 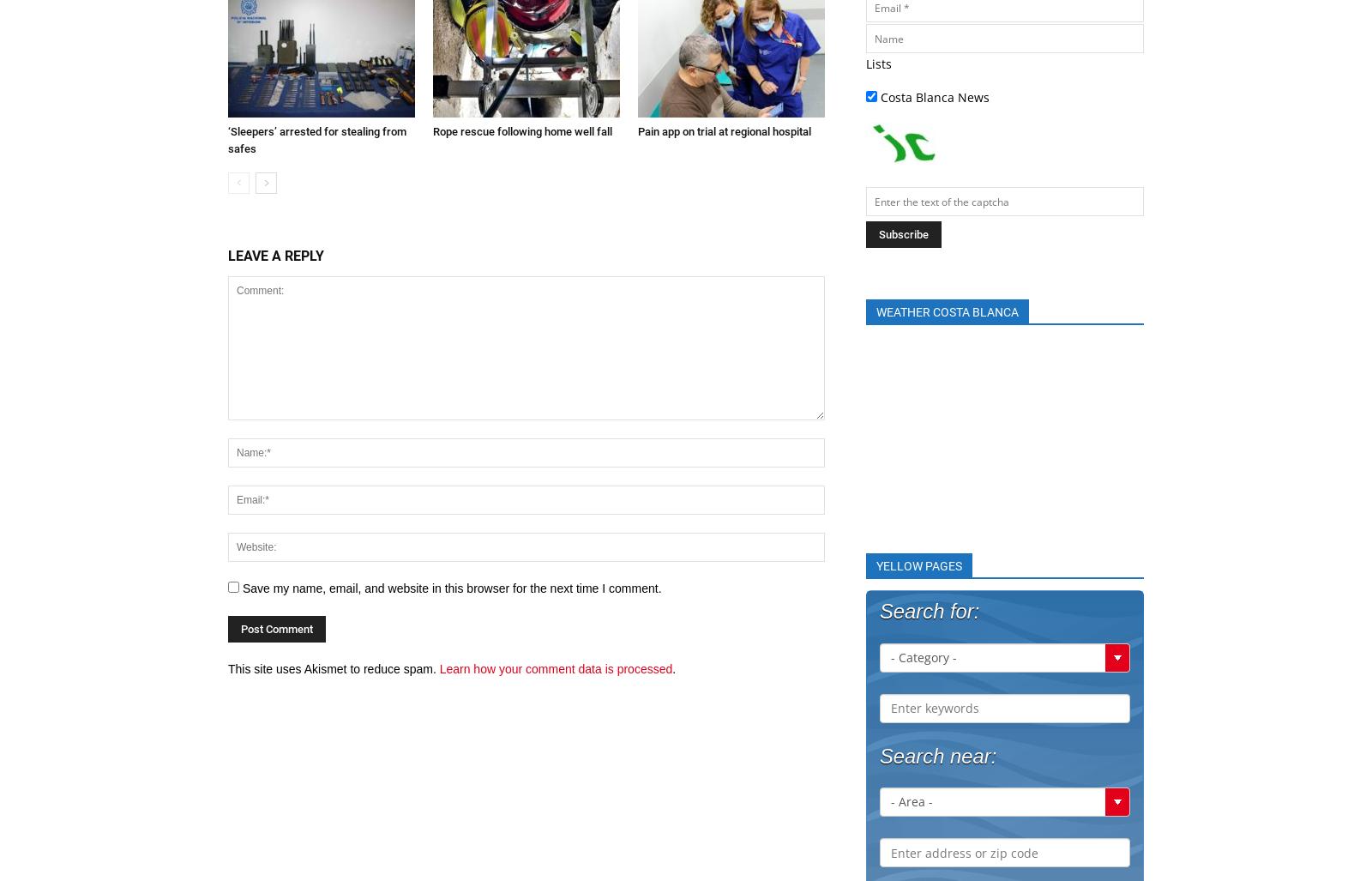 I want to click on '‘Sleepers’ arrested for stealing from safes', so click(x=317, y=139).